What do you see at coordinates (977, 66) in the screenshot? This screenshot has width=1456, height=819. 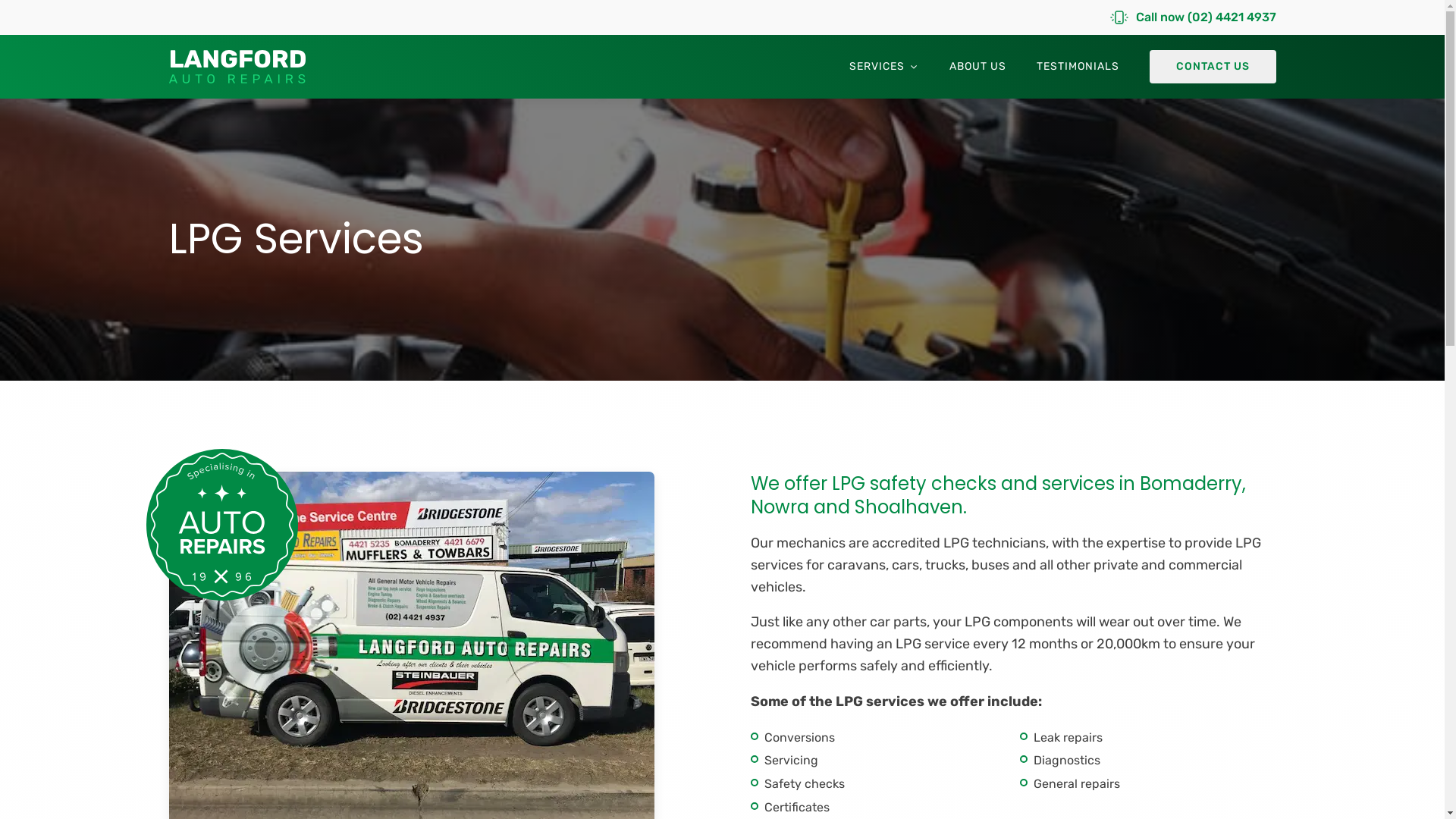 I see `'ABOUT US'` at bounding box center [977, 66].